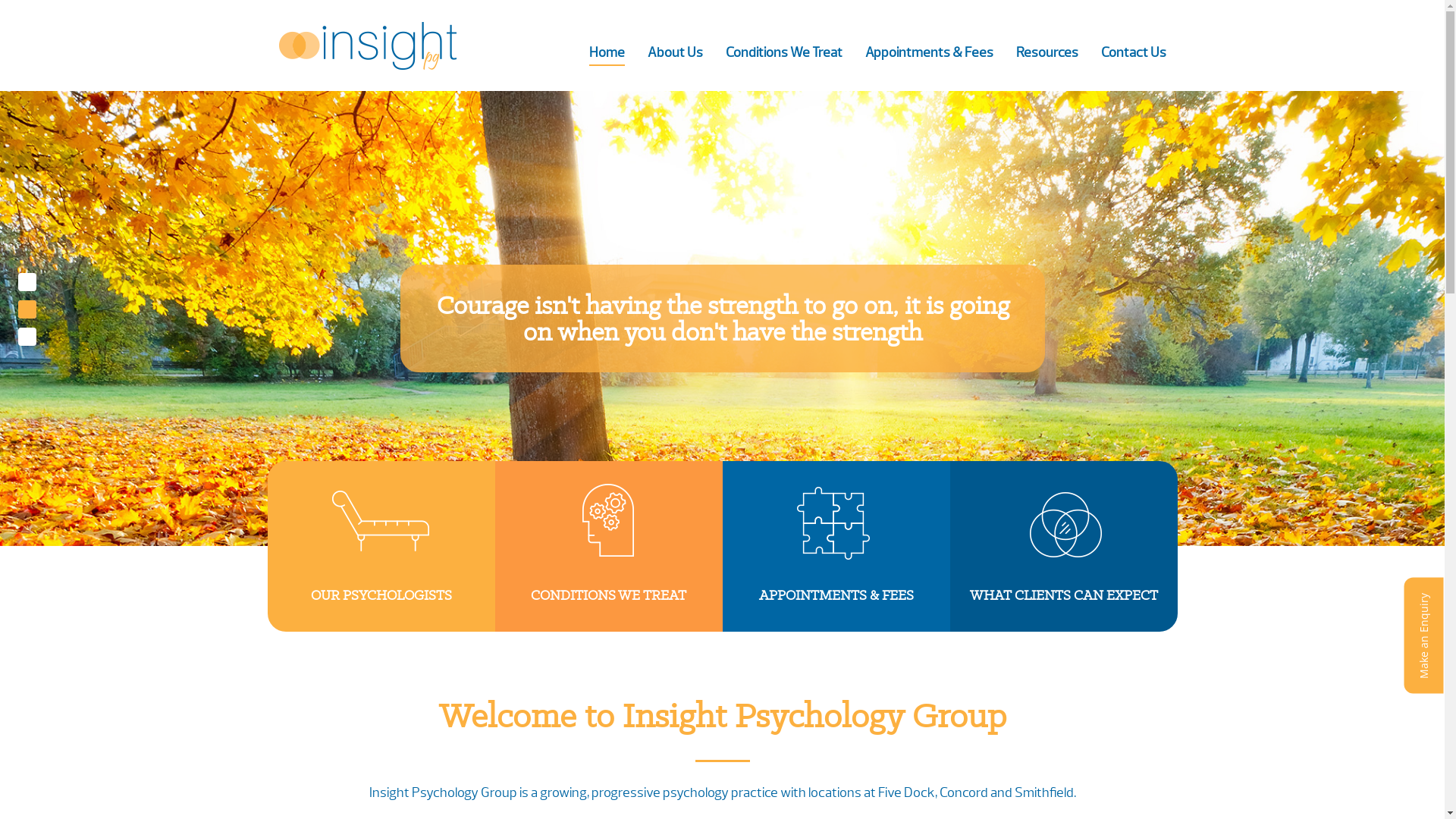 The height and width of the screenshot is (819, 1456). I want to click on 'Contact Us', so click(1133, 52).